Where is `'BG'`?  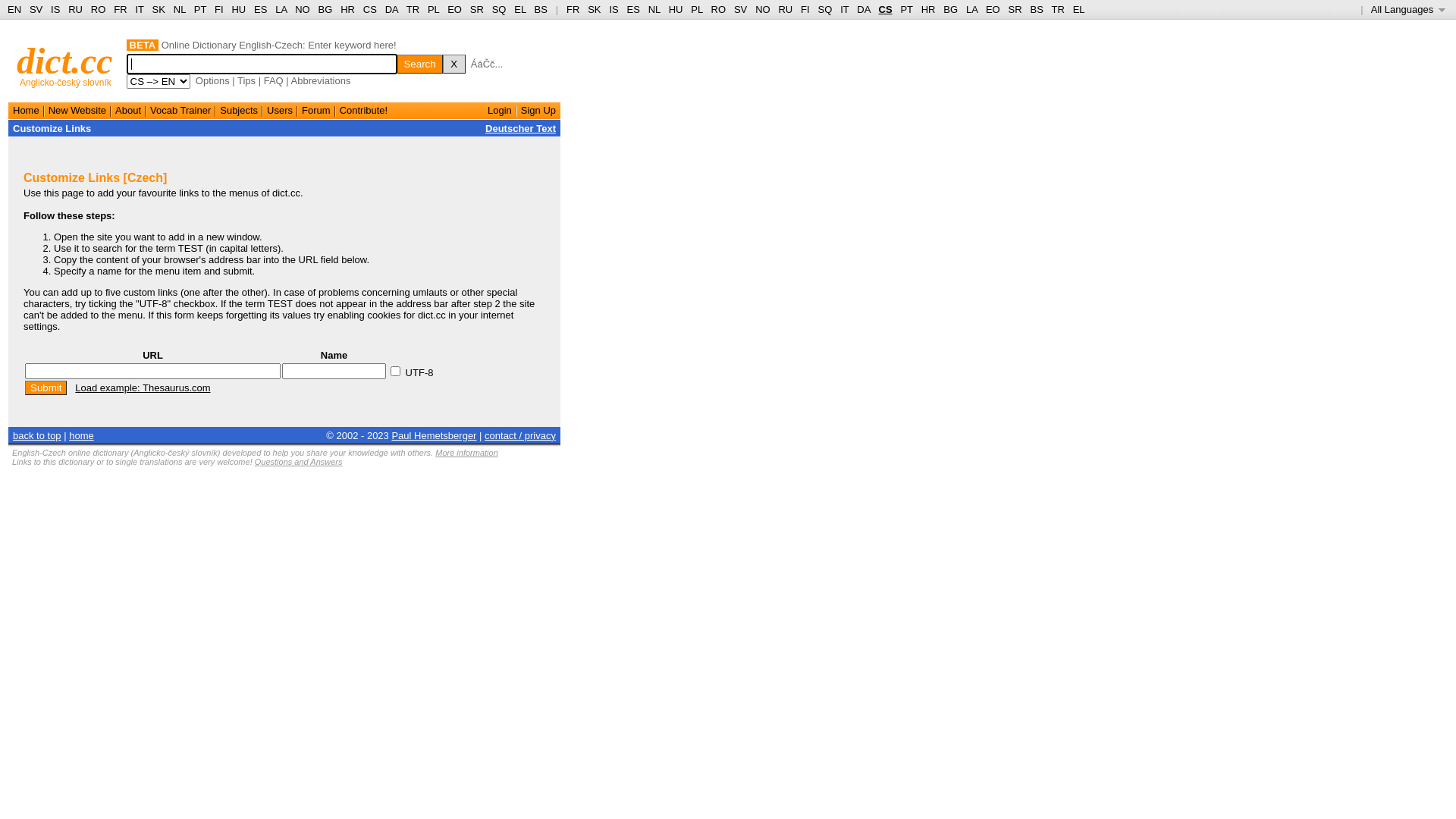 'BG' is located at coordinates (325, 9).